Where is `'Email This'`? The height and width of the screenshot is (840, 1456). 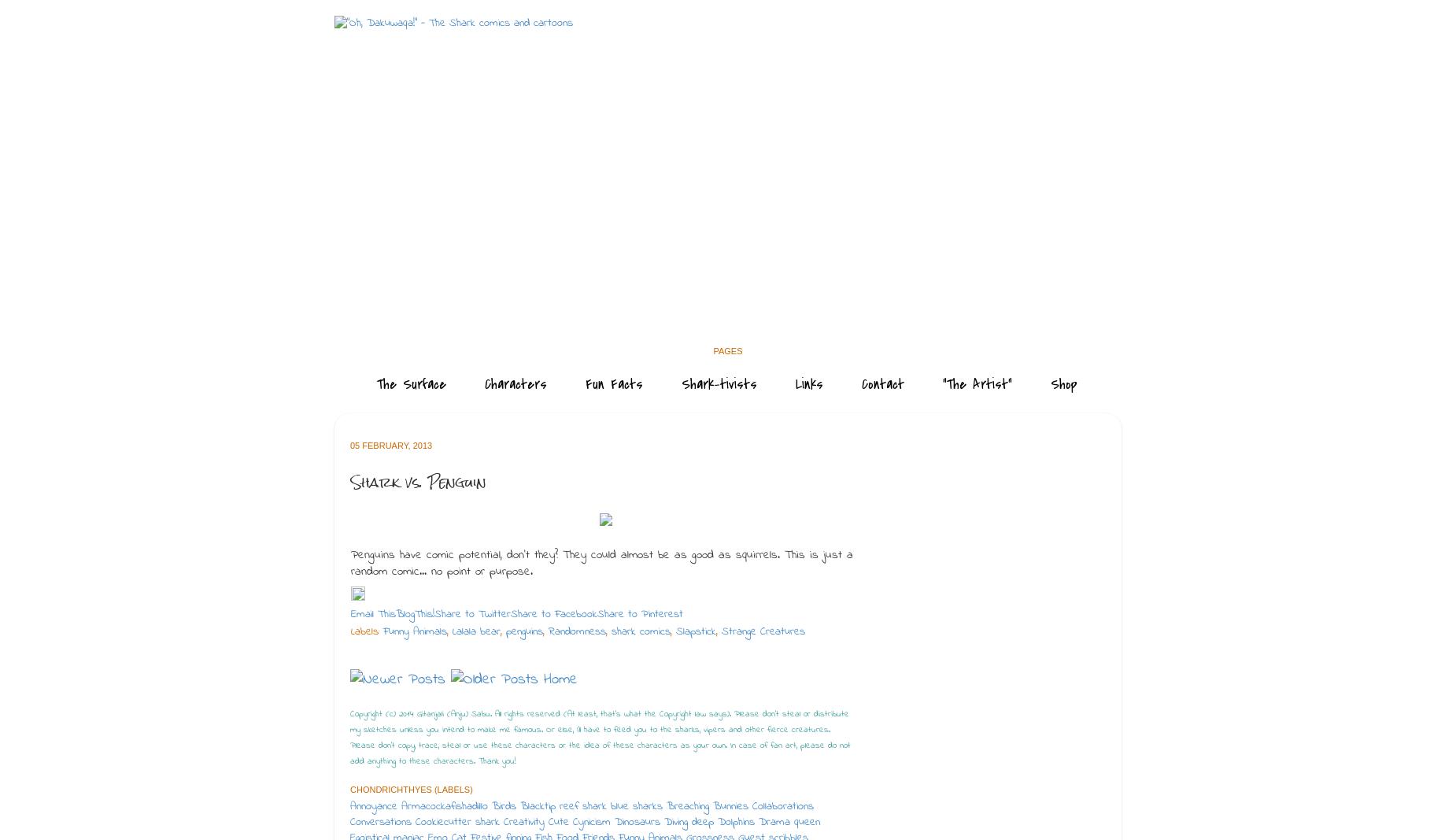
'Email This' is located at coordinates (350, 614).